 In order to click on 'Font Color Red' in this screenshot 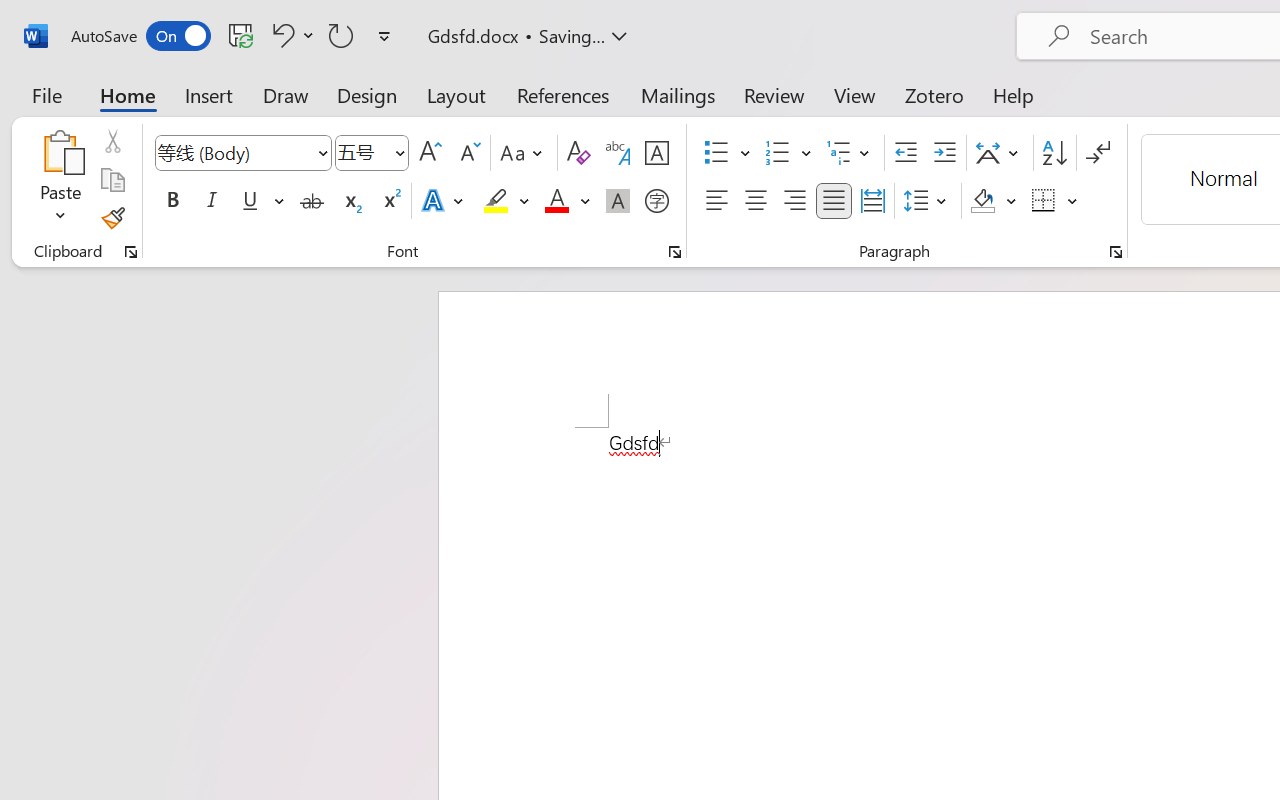, I will do `click(556, 201)`.